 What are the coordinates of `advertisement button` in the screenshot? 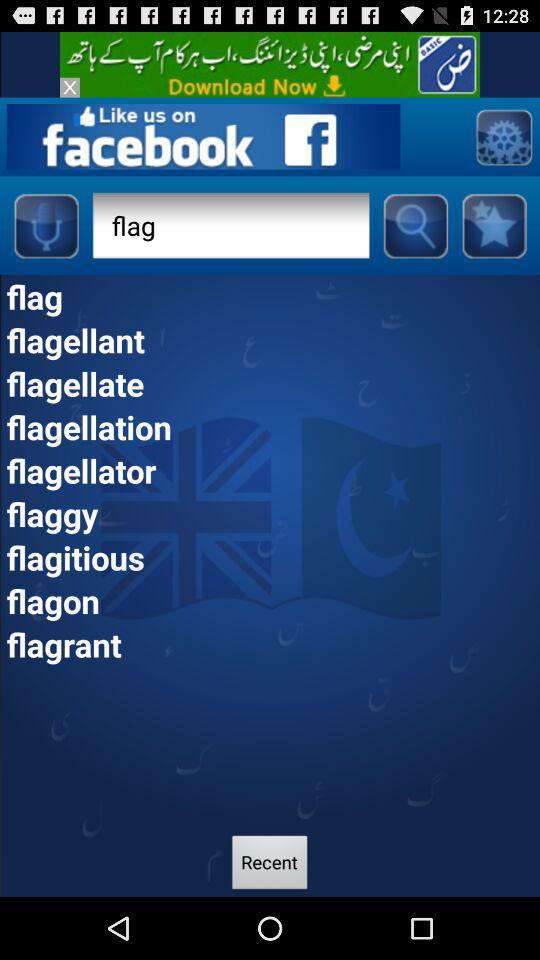 It's located at (270, 64).